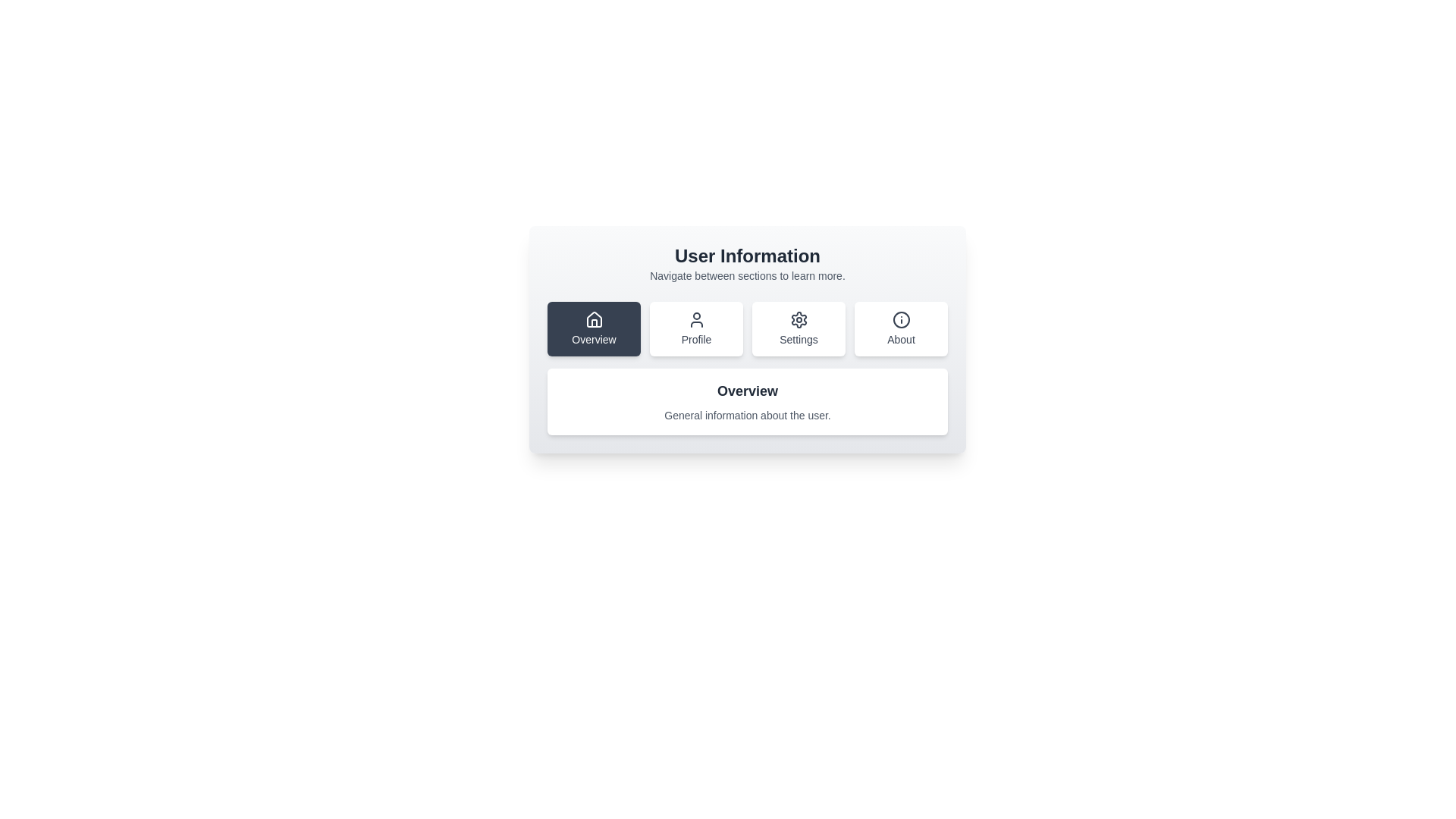  I want to click on the 'Settings' text label located below the settings icon within the third button from the left in the second row of the interface, so click(798, 338).